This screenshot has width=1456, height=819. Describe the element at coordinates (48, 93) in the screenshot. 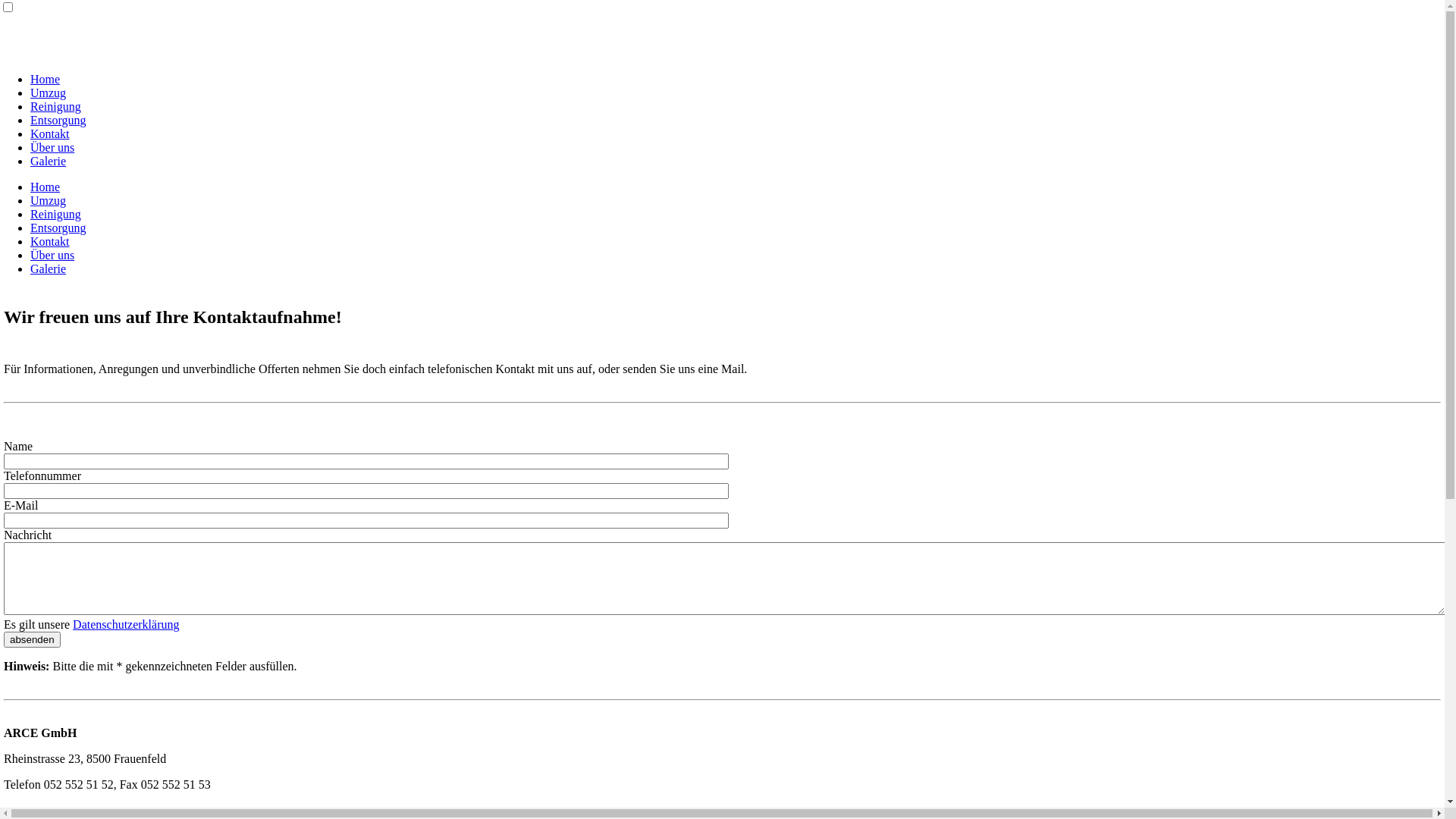

I see `'Umzug'` at that location.